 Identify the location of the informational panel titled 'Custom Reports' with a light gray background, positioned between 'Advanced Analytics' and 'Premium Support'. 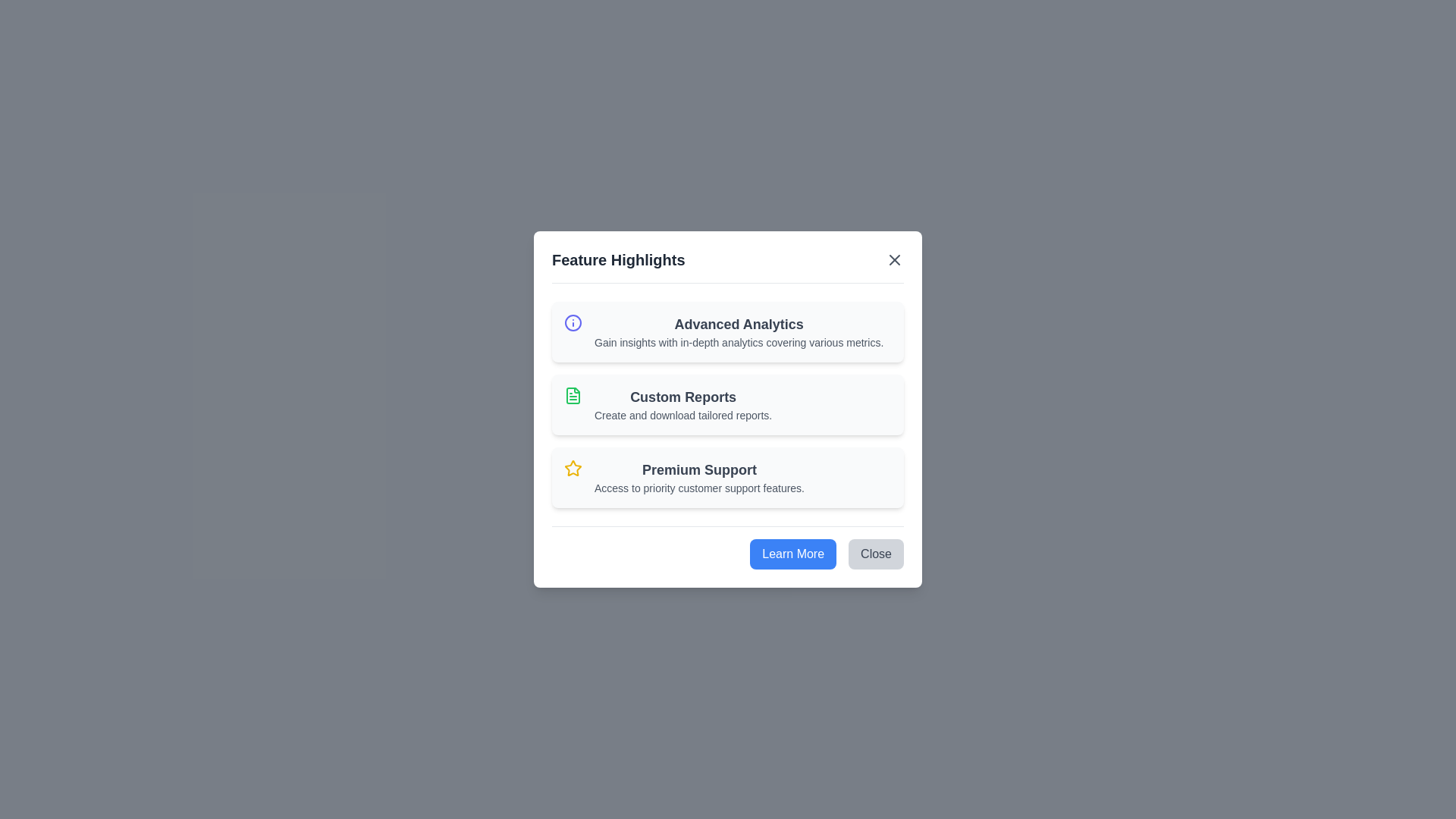
(728, 403).